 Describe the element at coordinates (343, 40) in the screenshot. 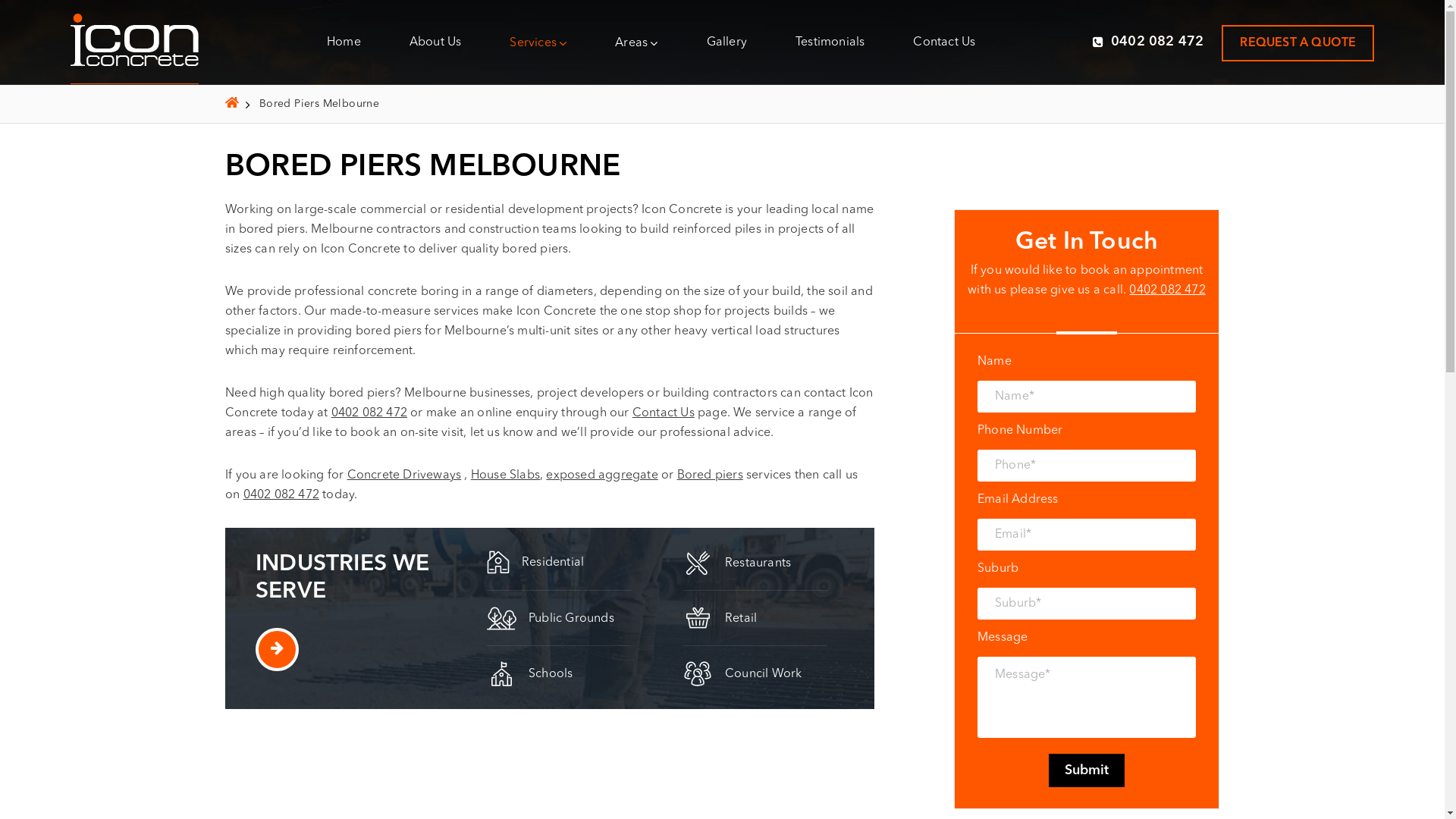

I see `'Home'` at that location.